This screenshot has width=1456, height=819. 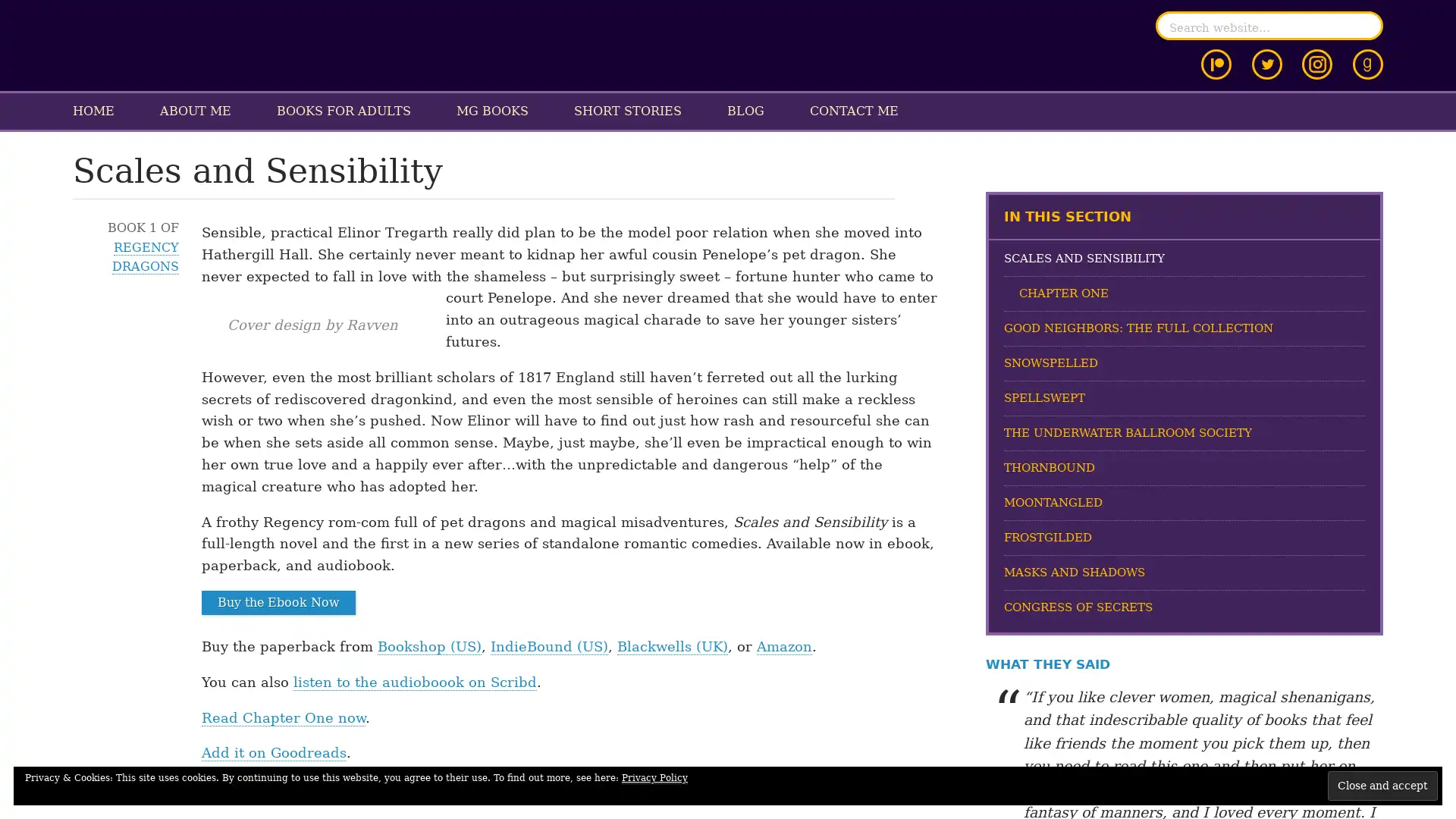 I want to click on Close and accept, so click(x=1382, y=785).